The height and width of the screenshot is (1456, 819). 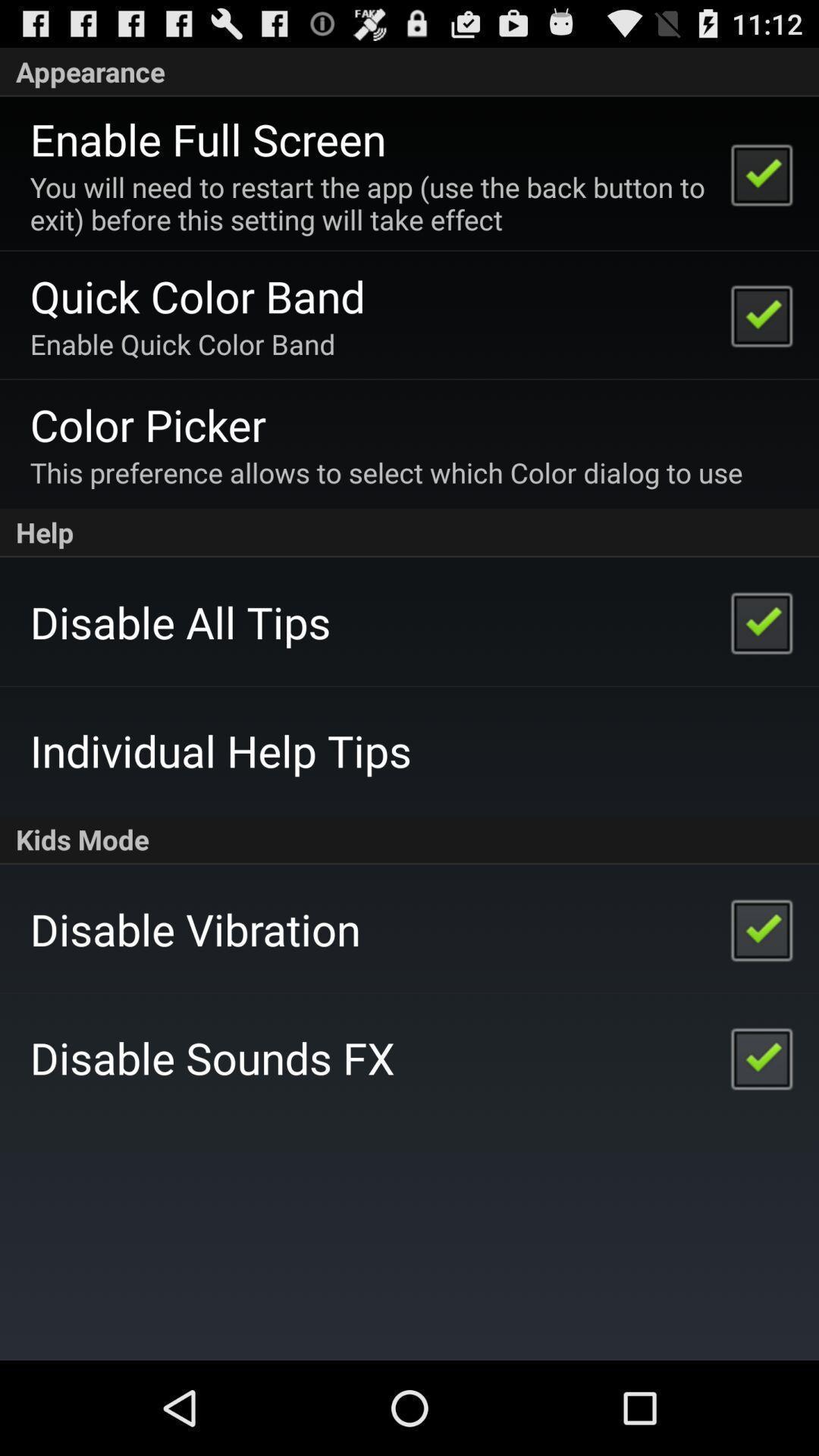 What do you see at coordinates (148, 424) in the screenshot?
I see `item below the enable quick color icon` at bounding box center [148, 424].